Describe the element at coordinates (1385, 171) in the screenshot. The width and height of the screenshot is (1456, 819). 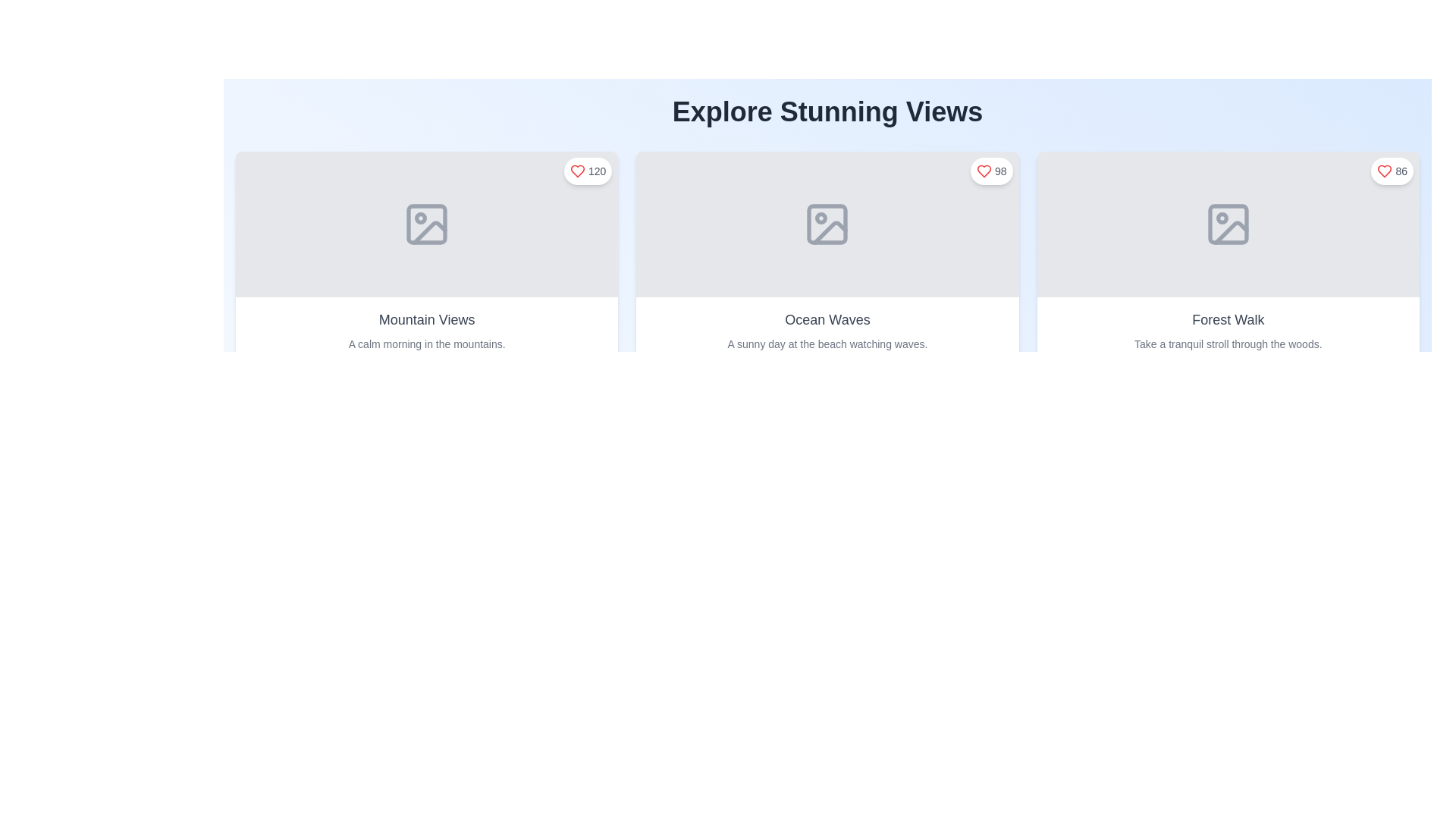
I see `the heart-shaped red icon located in the top-right corner of the 'Forest Walk' card` at that location.